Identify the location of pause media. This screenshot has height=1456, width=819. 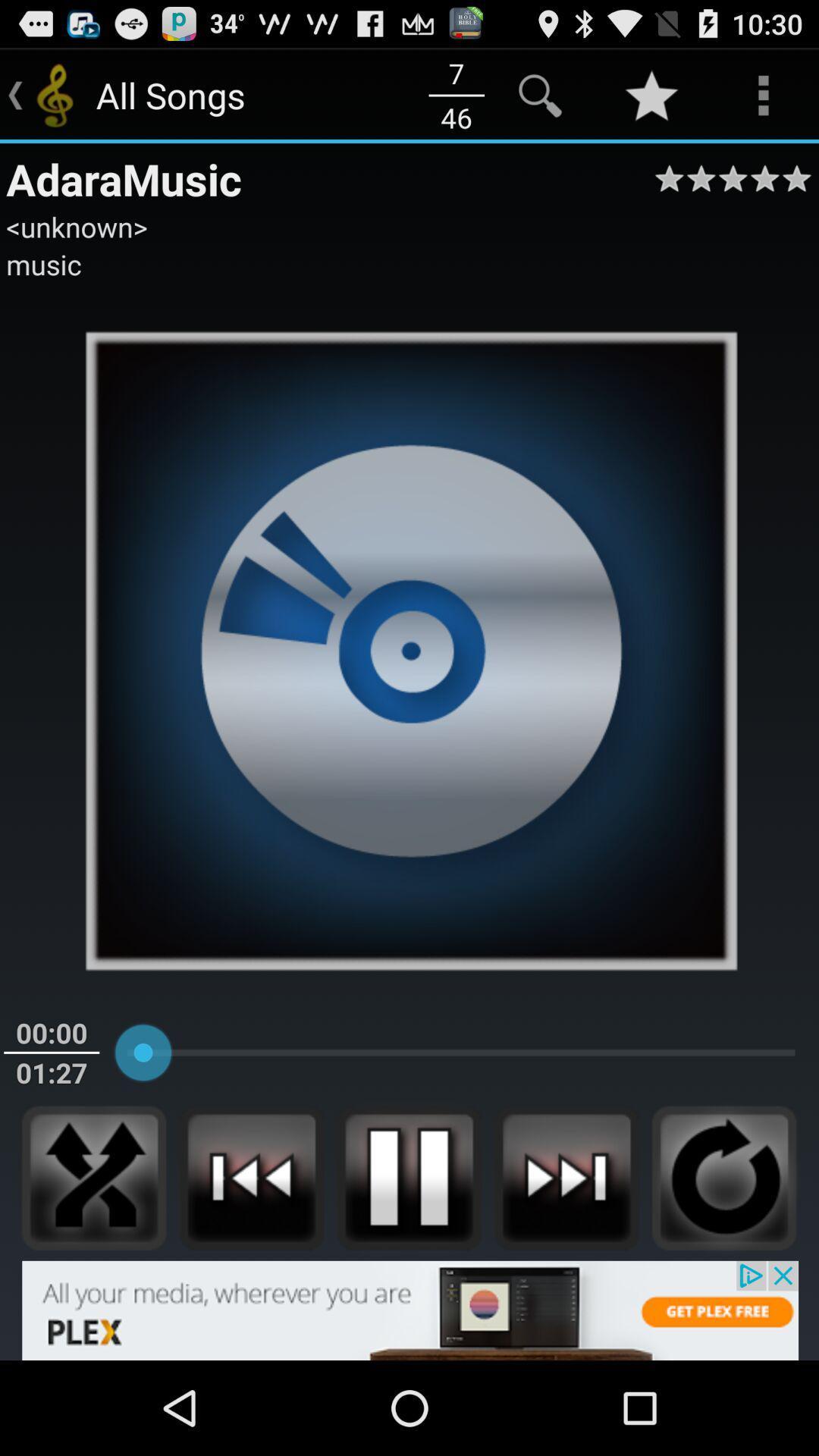
(408, 1177).